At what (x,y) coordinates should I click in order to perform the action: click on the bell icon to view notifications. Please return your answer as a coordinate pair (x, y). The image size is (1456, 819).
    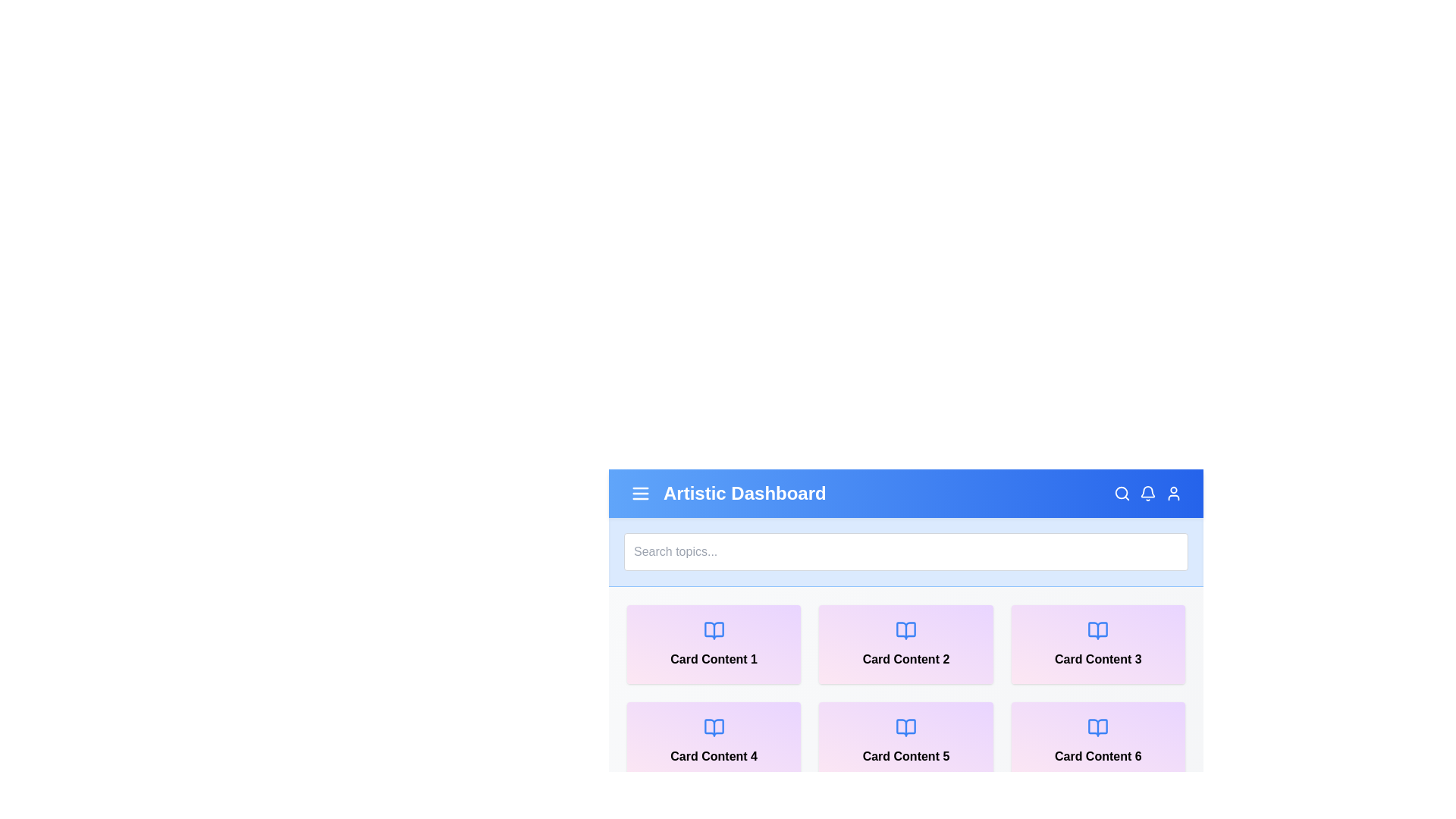
    Looking at the image, I should click on (1147, 494).